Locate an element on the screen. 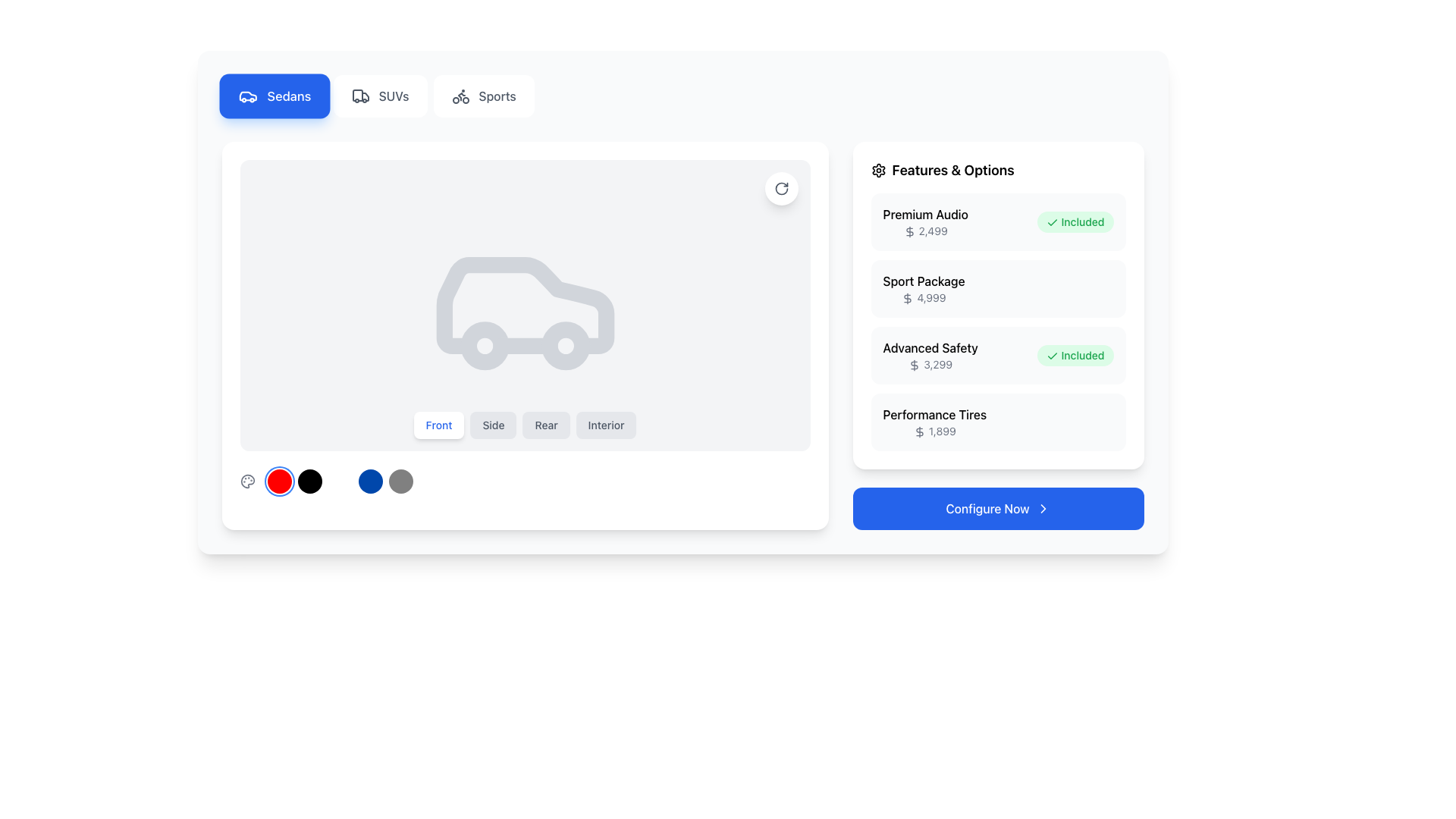 The height and width of the screenshot is (819, 1456). information displayed on the 'Premium Audio' informational card located in the 'Features & Options' section, the first item in the vertical list of options is located at coordinates (998, 222).